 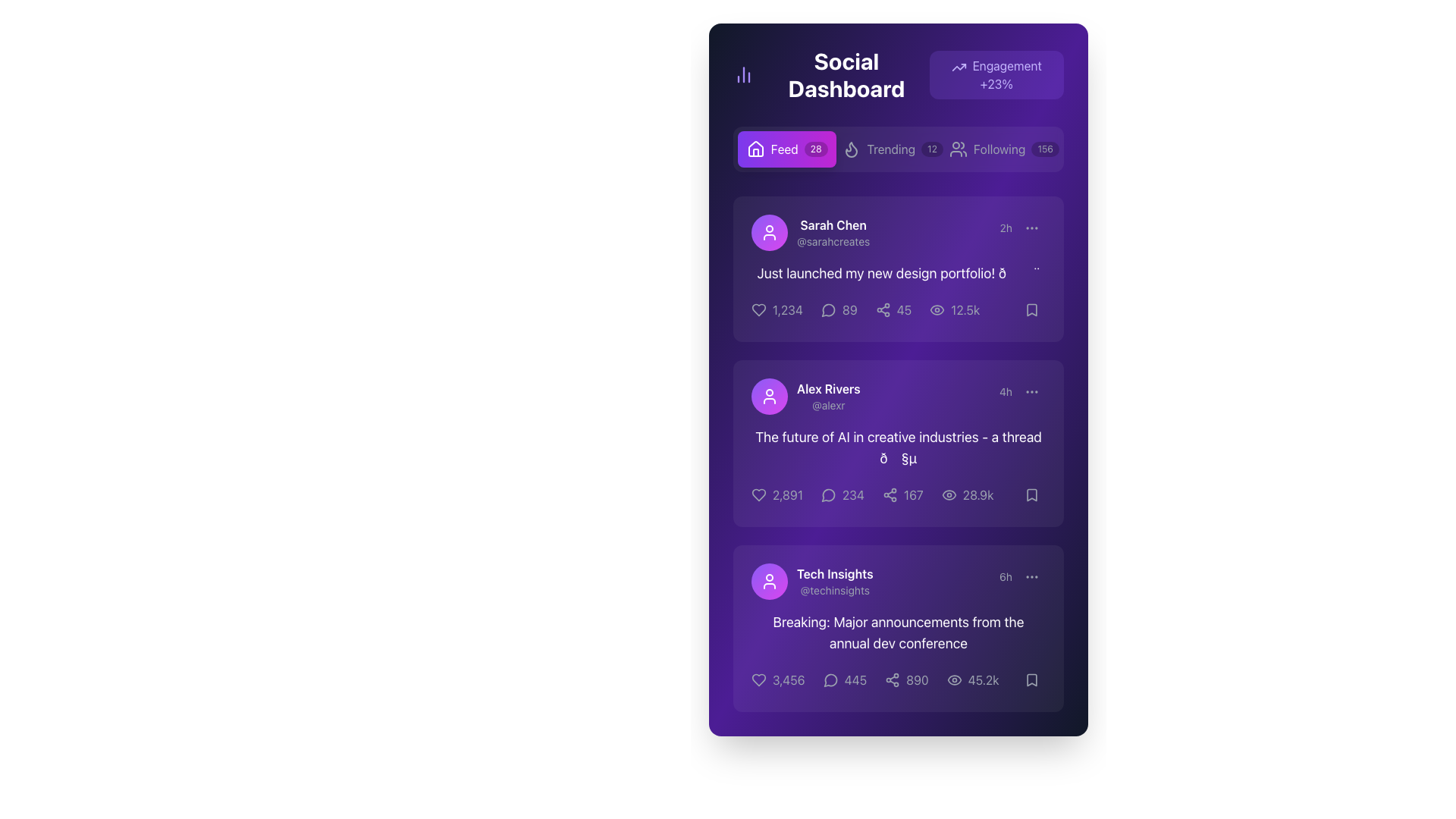 I want to click on the circular avatar button displaying 'Alex Rivers', so click(x=805, y=396).